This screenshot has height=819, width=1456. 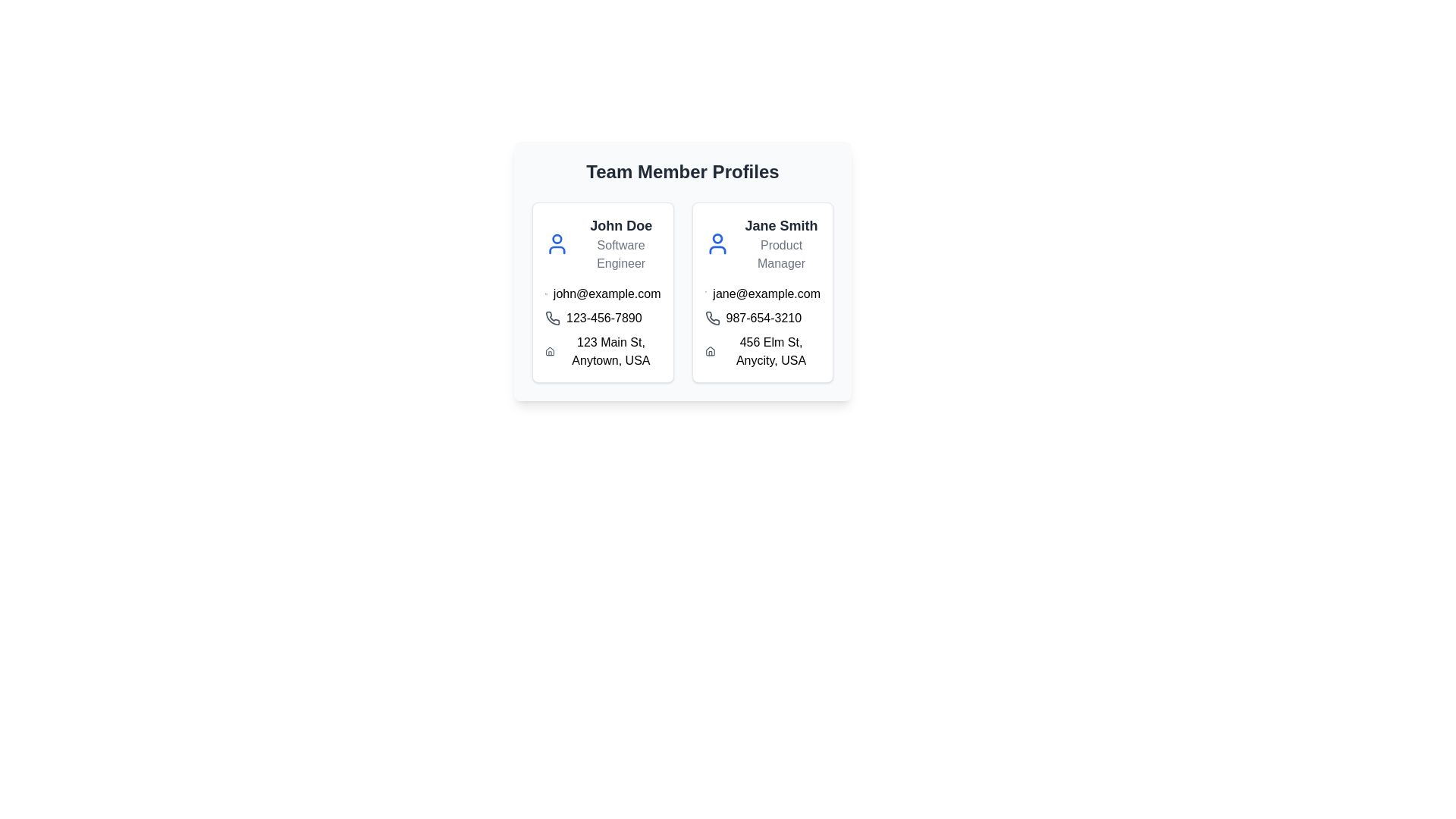 What do you see at coordinates (762, 243) in the screenshot?
I see `the text block displaying 'Jane Smith', which includes a user icon and is located beneath the title 'Team Member Profiles'` at bounding box center [762, 243].